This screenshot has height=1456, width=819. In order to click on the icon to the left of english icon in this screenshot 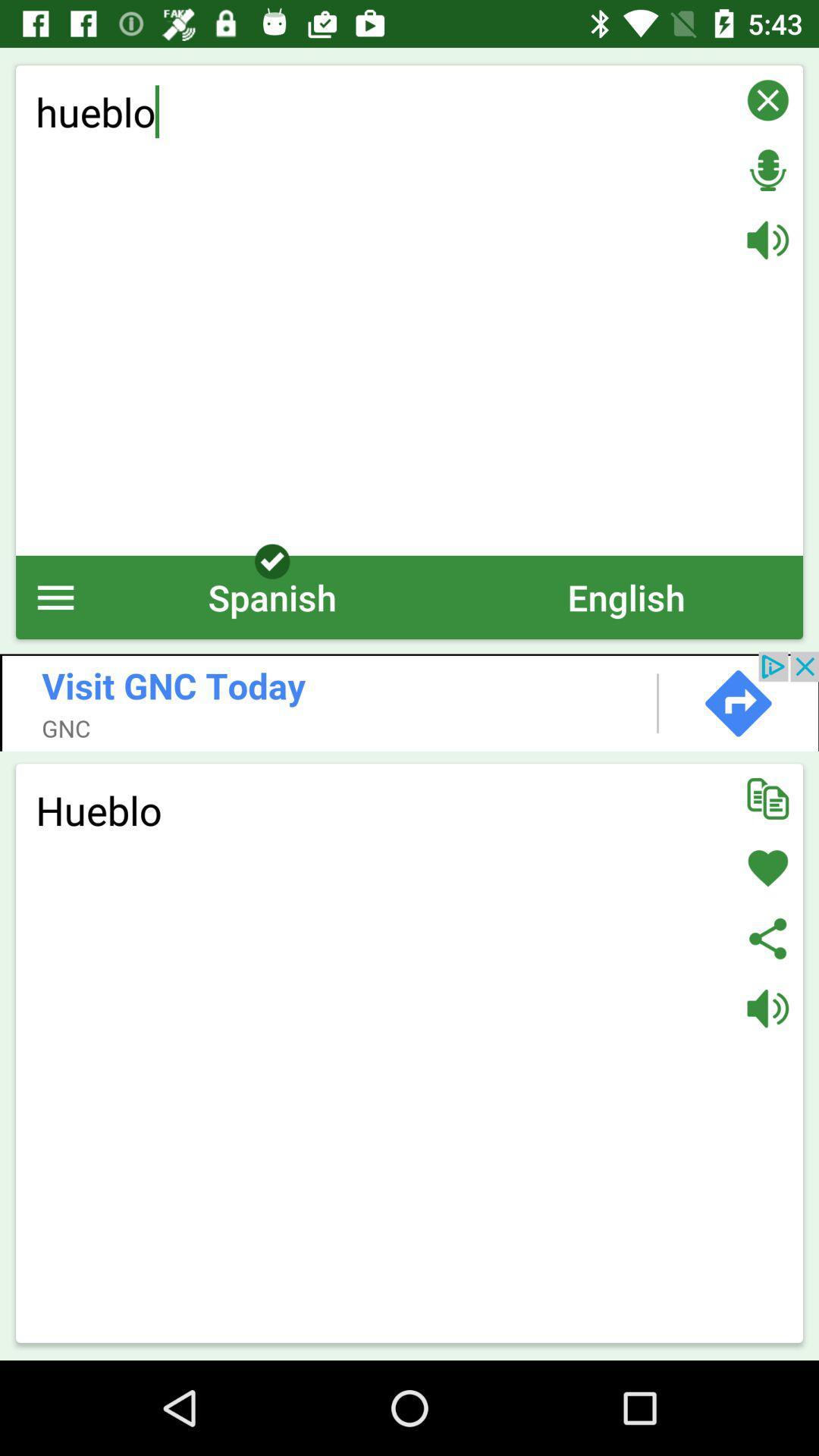, I will do `click(271, 596)`.